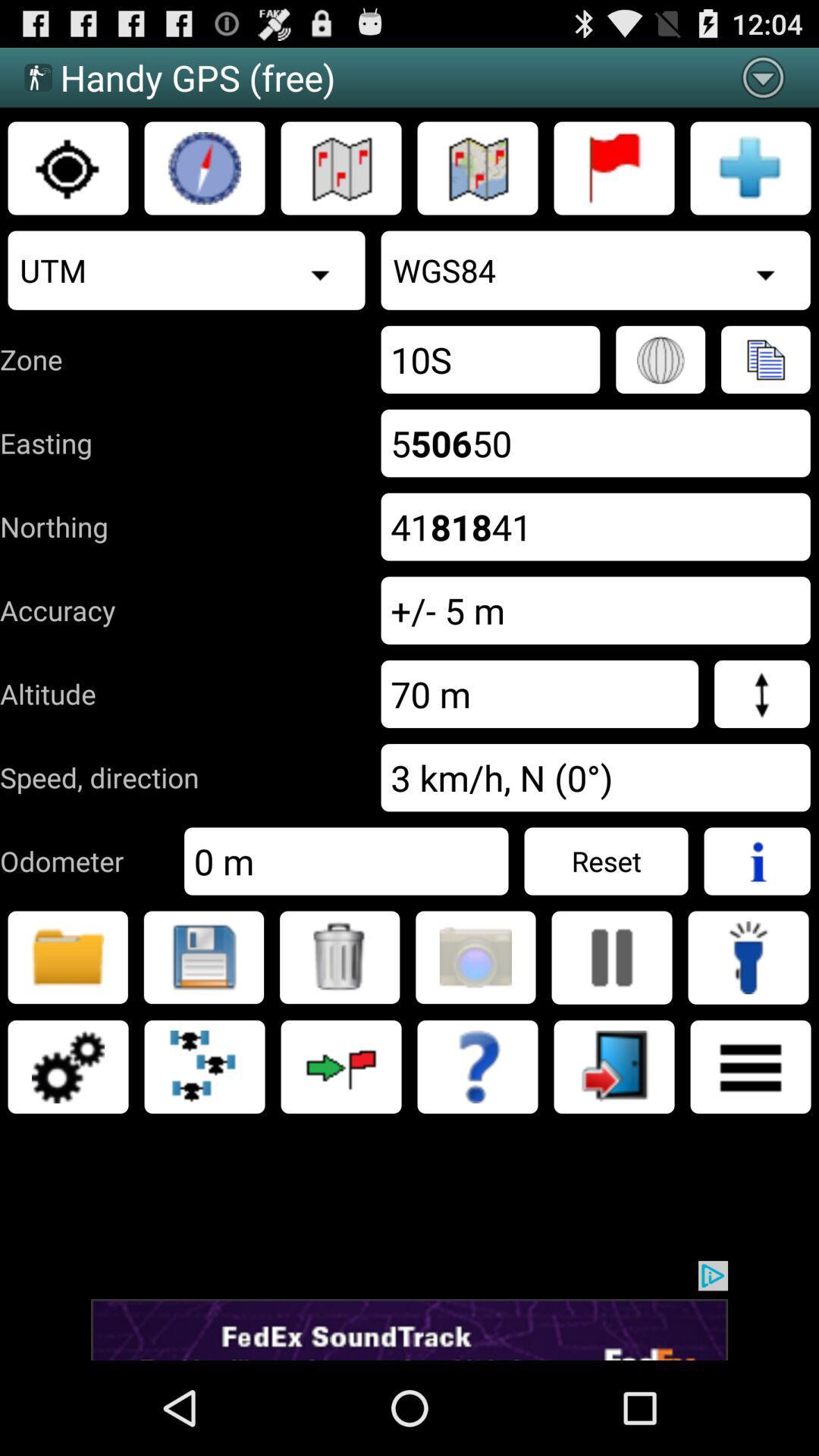 The width and height of the screenshot is (819, 1456). Describe the element at coordinates (67, 180) in the screenshot. I see `the location_crosshair icon` at that location.